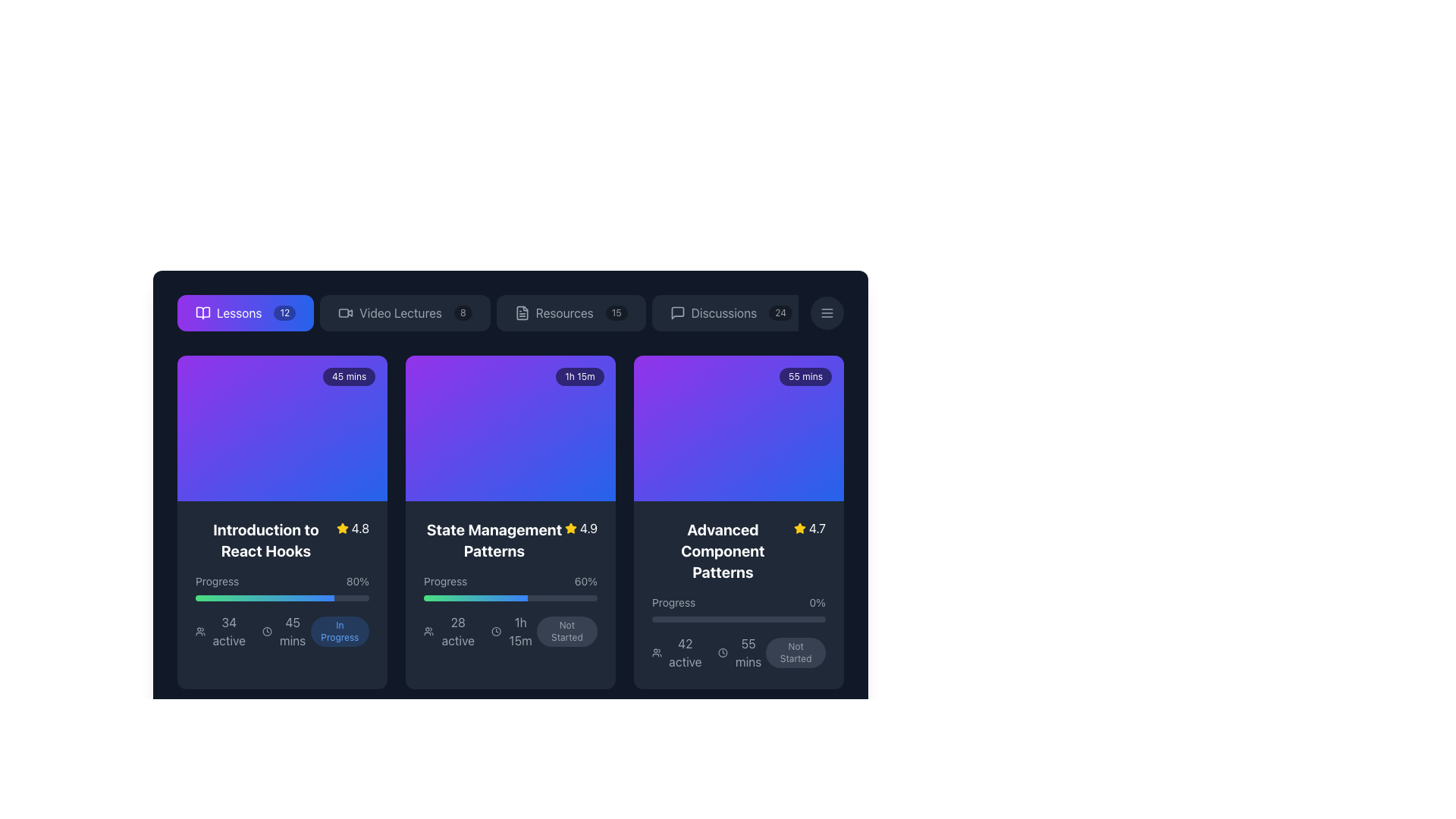 The image size is (1456, 819). What do you see at coordinates (265, 540) in the screenshot?
I see `the prominent text label displaying 'Introduction to React Hooks', which is located in the first lesson card of the 'Lessons' section, beneath the decorative purple area and above the 'Progress' bar` at bounding box center [265, 540].